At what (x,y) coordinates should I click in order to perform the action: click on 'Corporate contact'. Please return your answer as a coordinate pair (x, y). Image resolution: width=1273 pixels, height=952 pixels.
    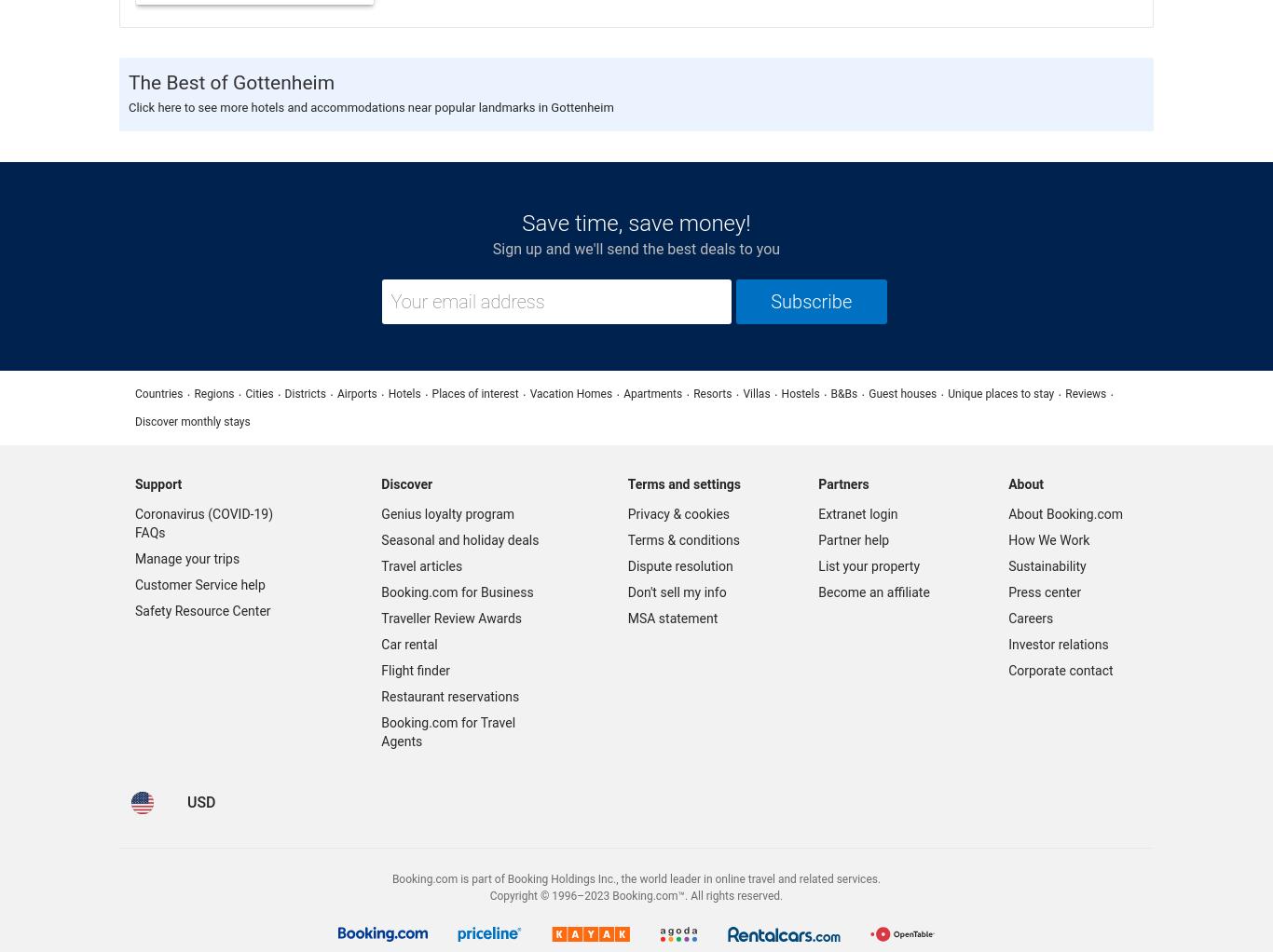
    Looking at the image, I should click on (1007, 670).